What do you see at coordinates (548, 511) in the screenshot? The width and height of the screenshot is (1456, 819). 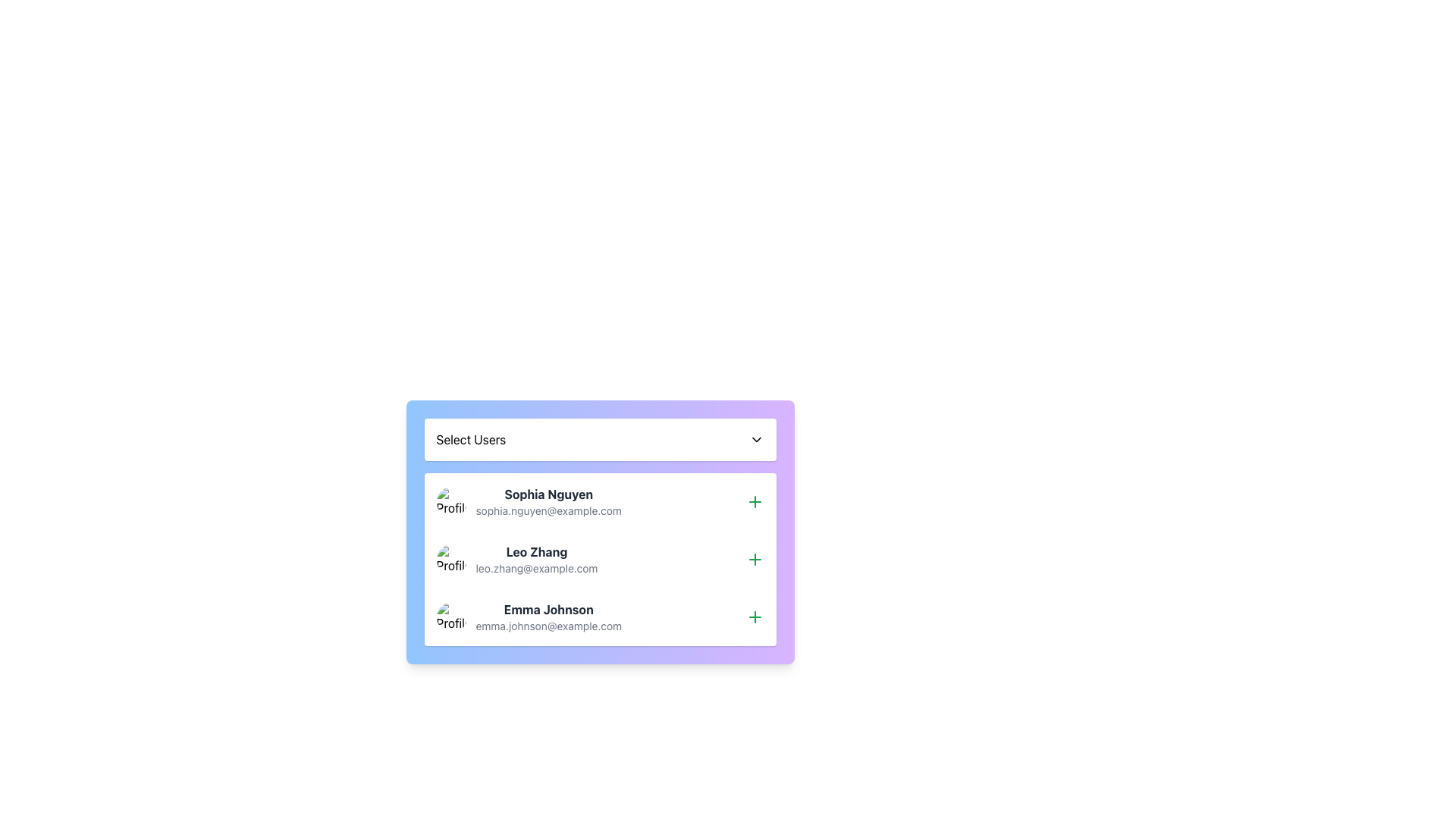 I see `the text display element showing the email 'sophia.nguyen@example.com', which is styled in a smaller font size and light gray color, located below the name 'Sophia Nguyen'` at bounding box center [548, 511].